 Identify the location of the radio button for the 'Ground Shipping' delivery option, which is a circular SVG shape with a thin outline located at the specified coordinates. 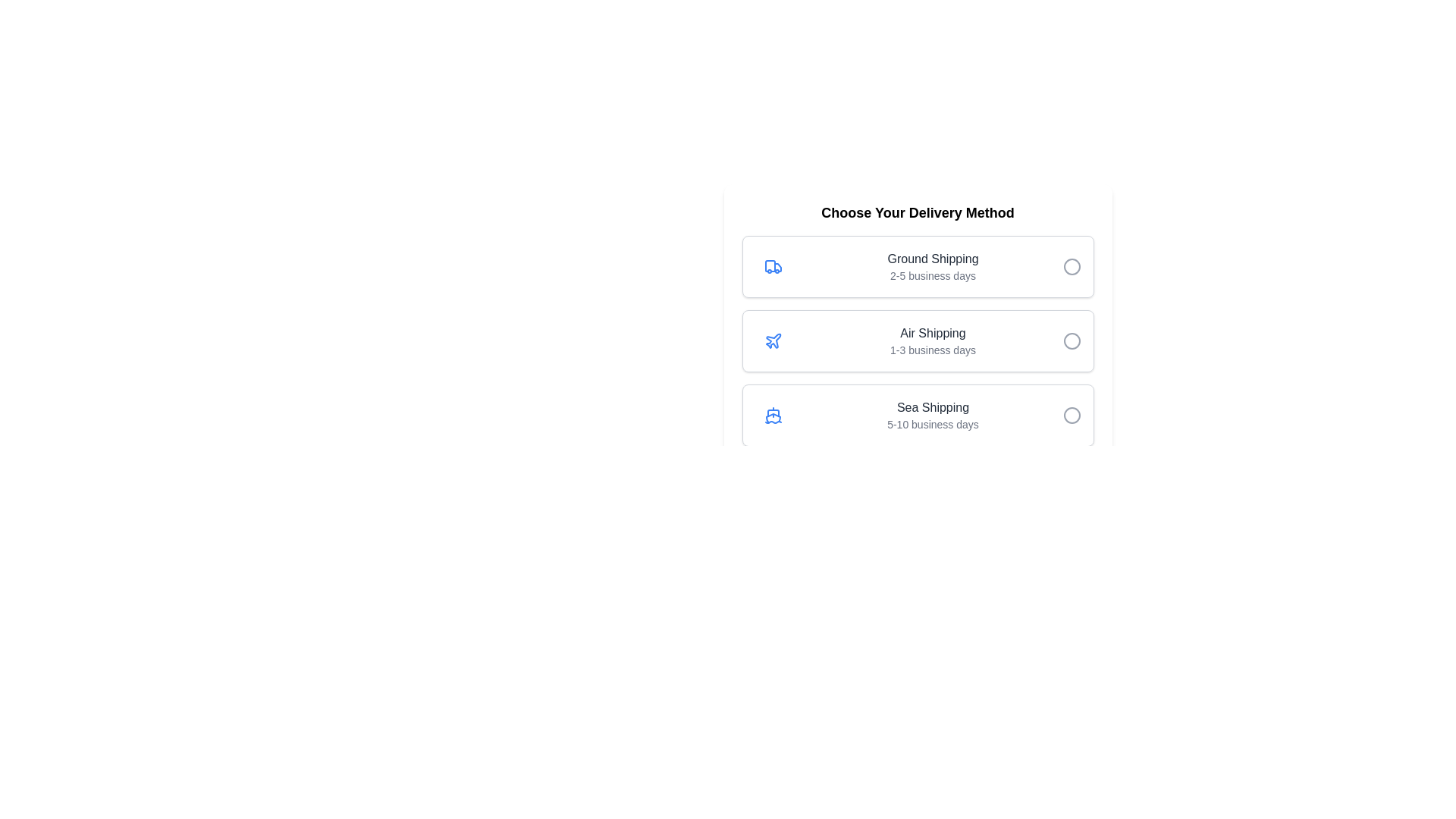
(1071, 265).